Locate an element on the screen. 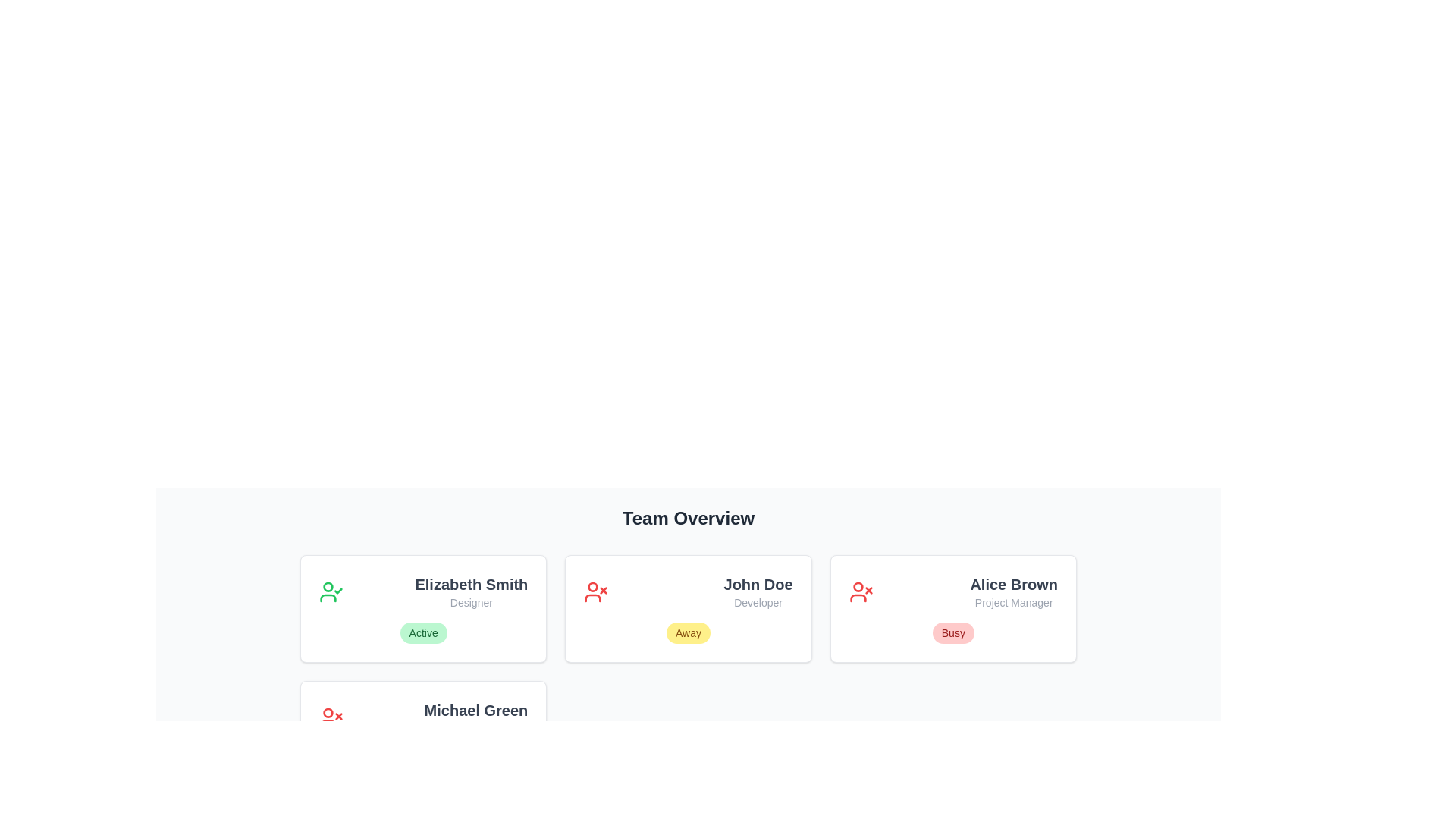  the decorative circular red shape within the user silhouette icon next to the cross symbol, located at the top-left corner of the card labeled 'Michael Green' is located at coordinates (327, 713).